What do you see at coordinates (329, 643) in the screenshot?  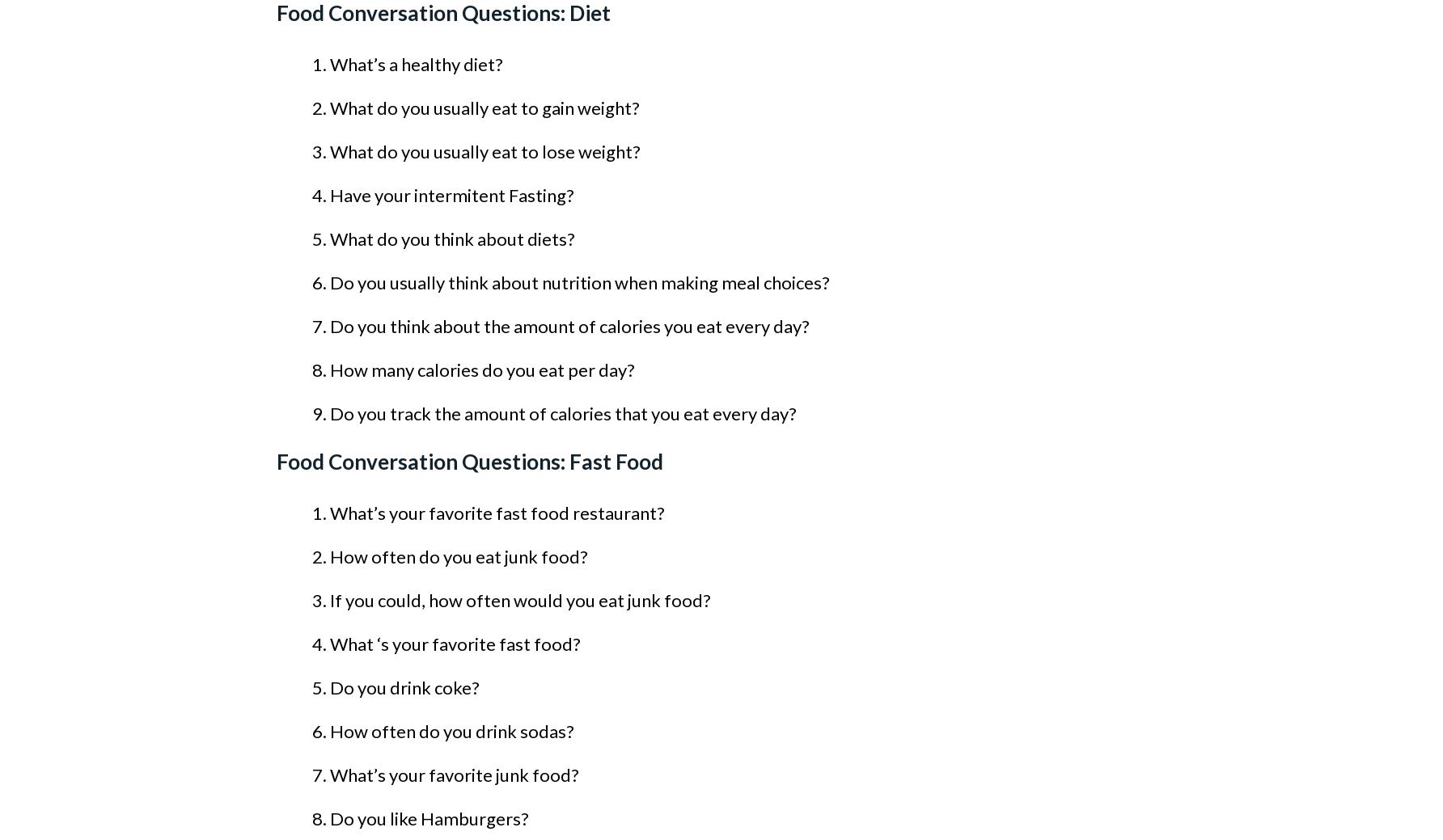 I see `'What ‘s your favorite fast food?'` at bounding box center [329, 643].